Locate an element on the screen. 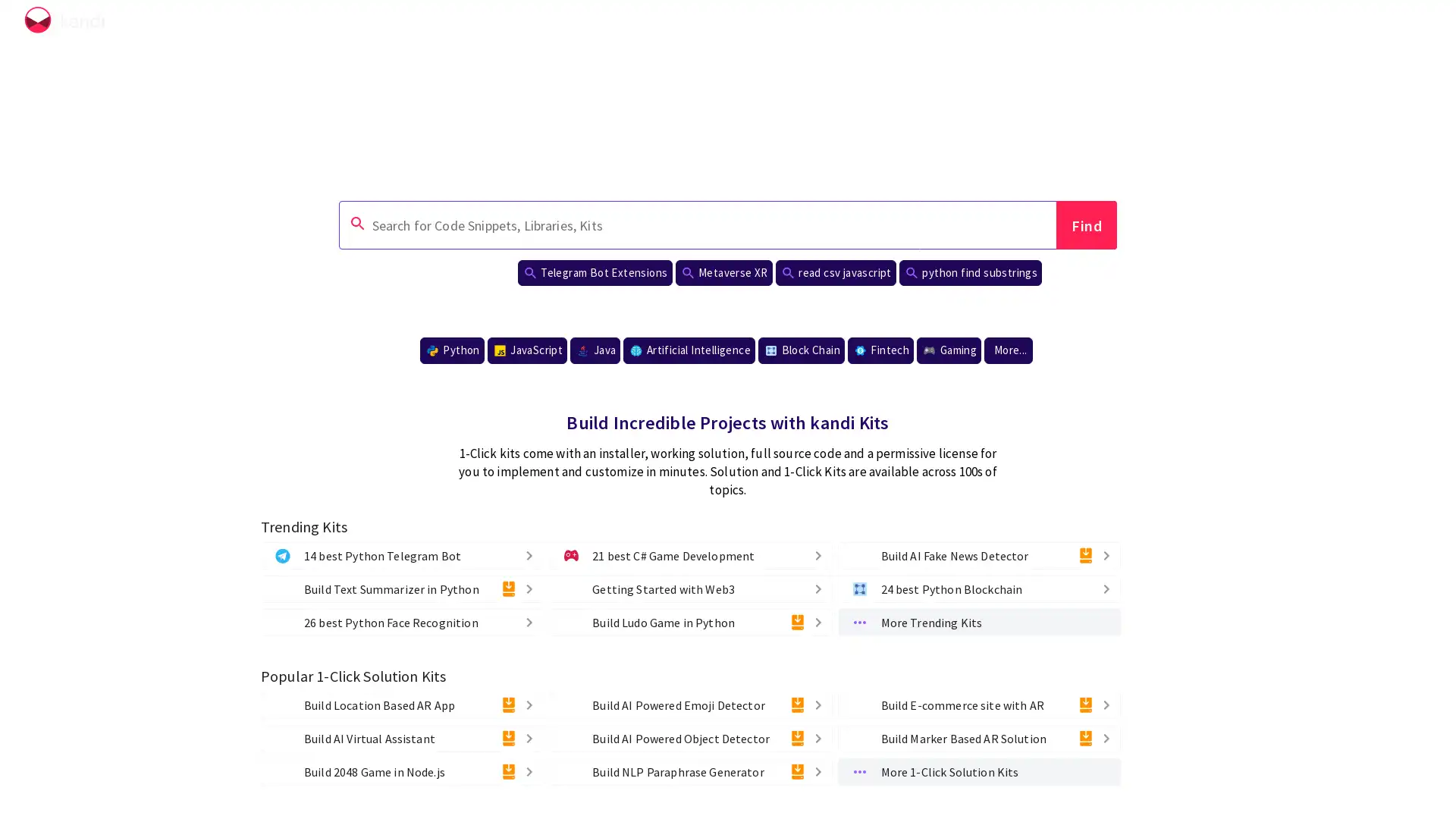 The width and height of the screenshot is (1456, 819). search icon python find substrings is located at coordinates (969, 271).